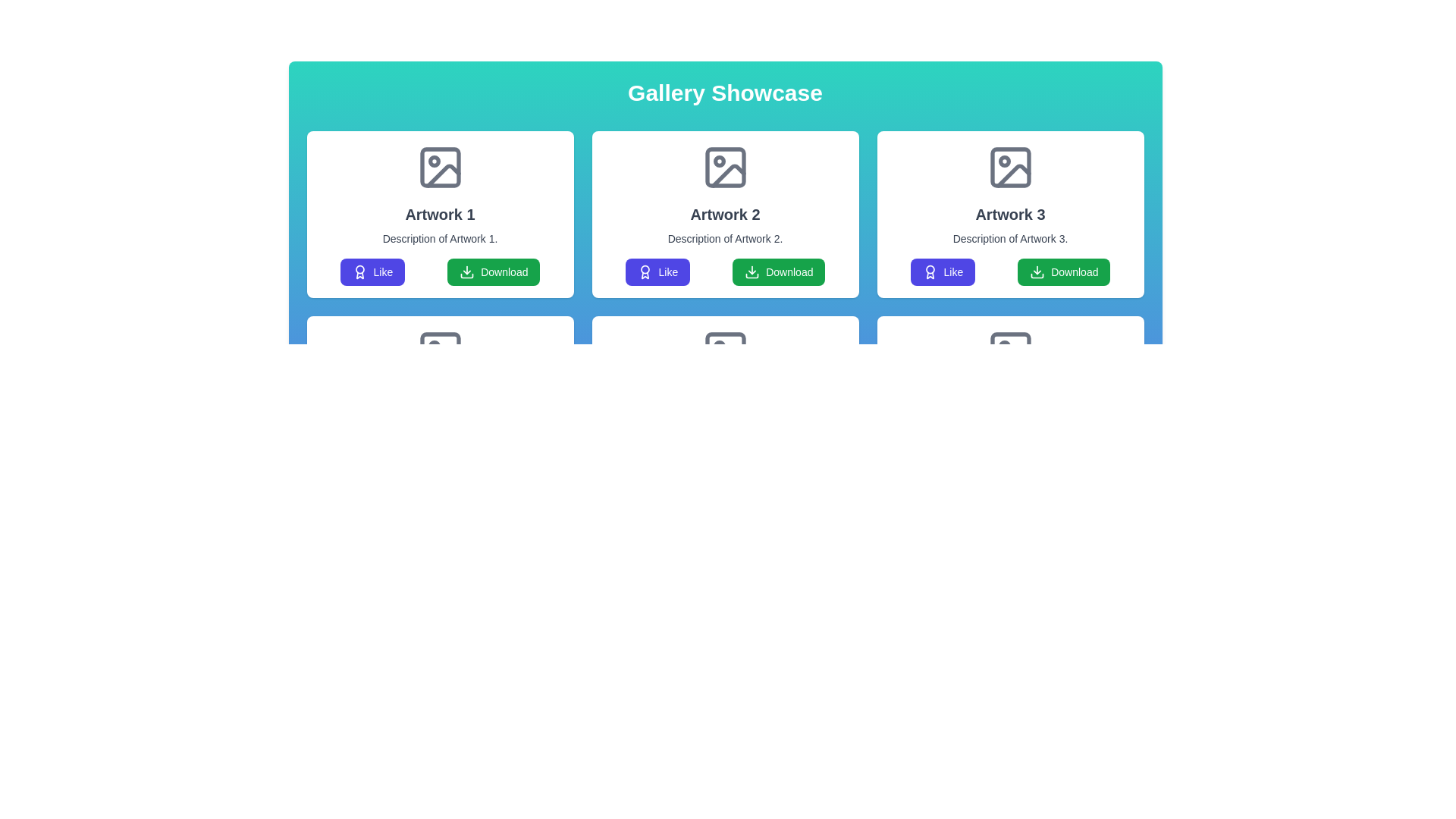 The width and height of the screenshot is (1456, 819). Describe the element at coordinates (929, 271) in the screenshot. I see `the award badge icon within the 'Like' button of the third artwork card in the second row, which is styled with a simple line-art design in white on a purple background` at that location.